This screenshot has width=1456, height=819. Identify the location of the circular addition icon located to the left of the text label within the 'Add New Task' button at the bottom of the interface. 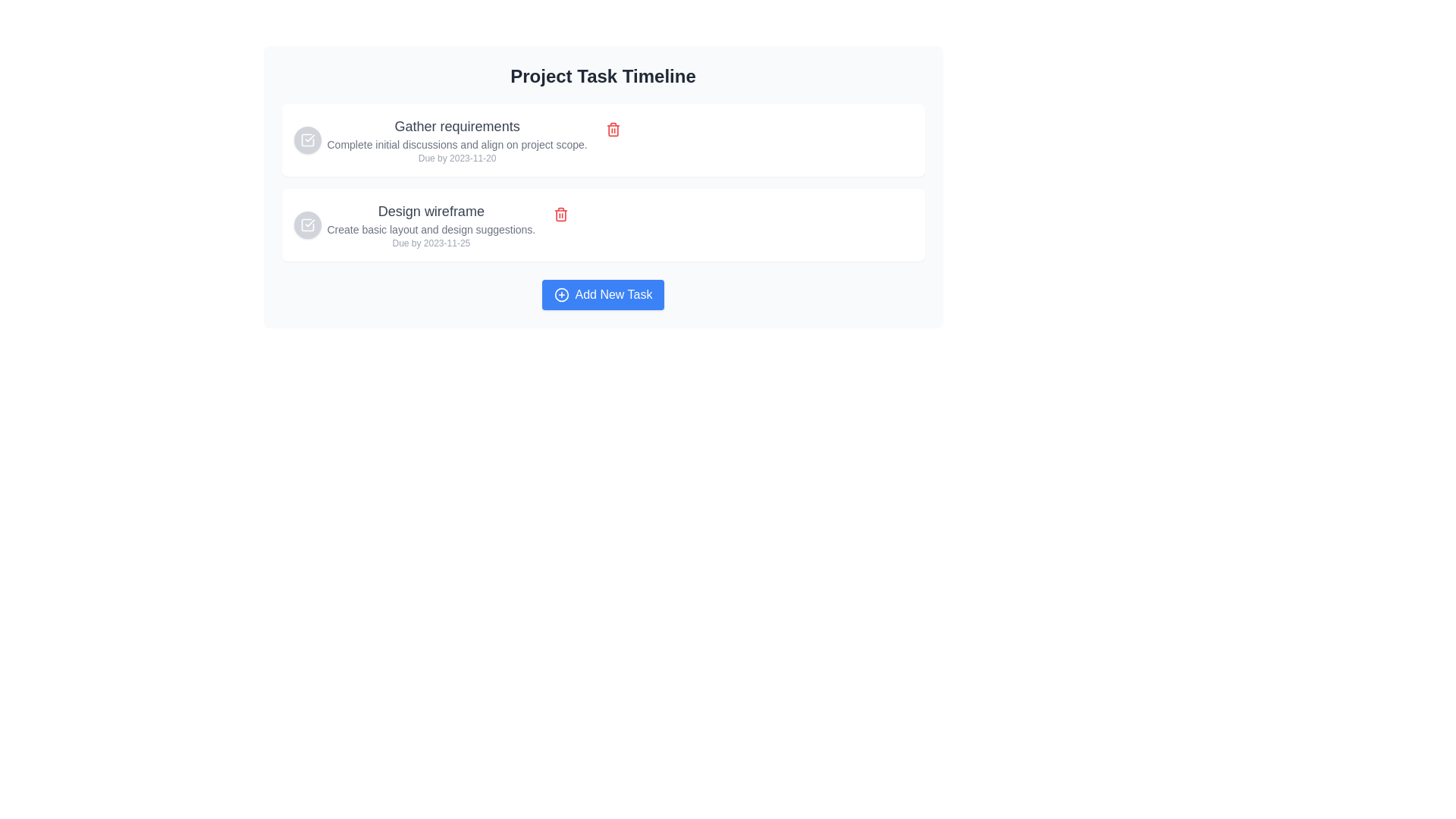
(560, 295).